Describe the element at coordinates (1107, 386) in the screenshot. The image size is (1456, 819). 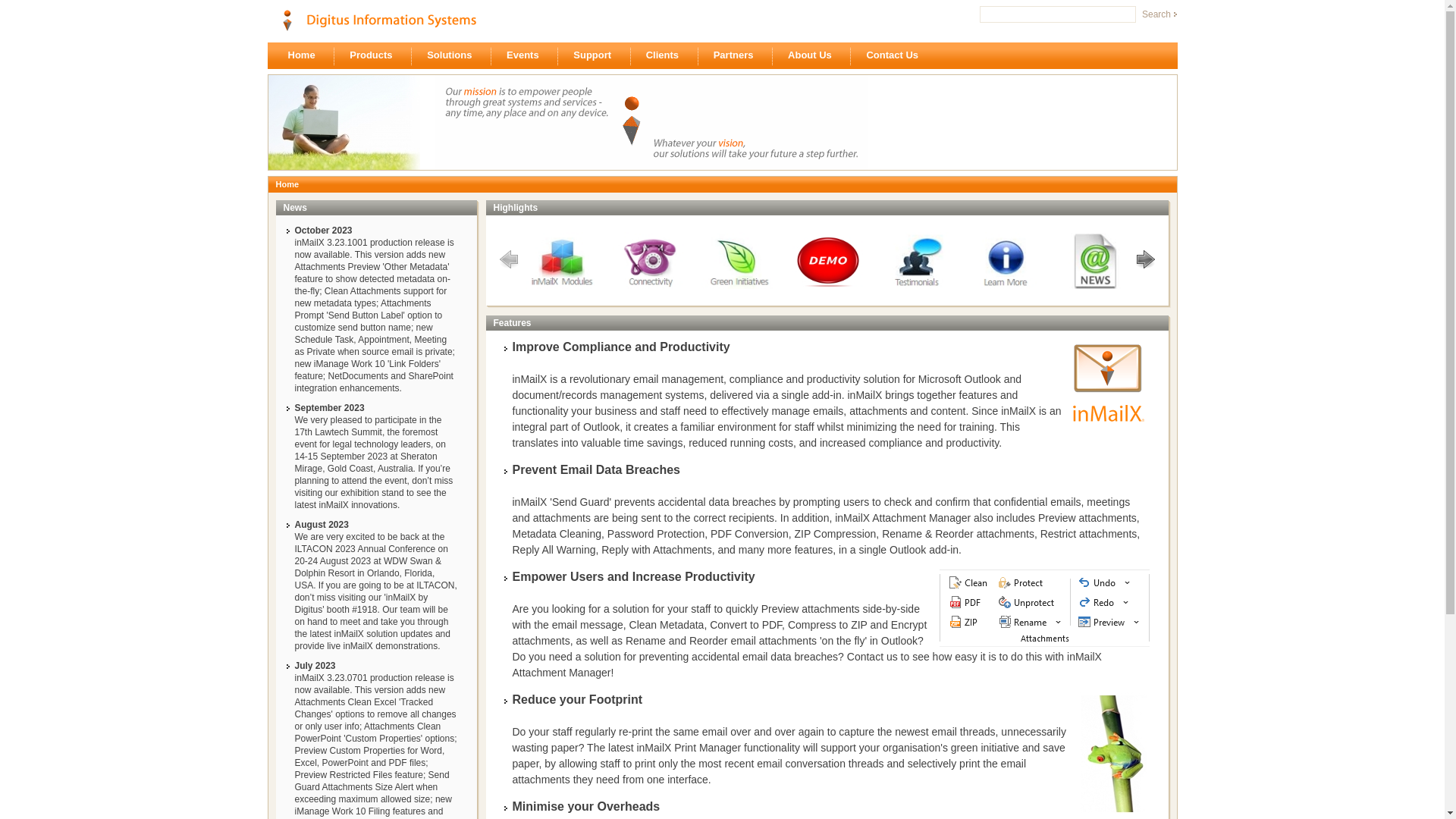
I see `'inMailX'` at that location.